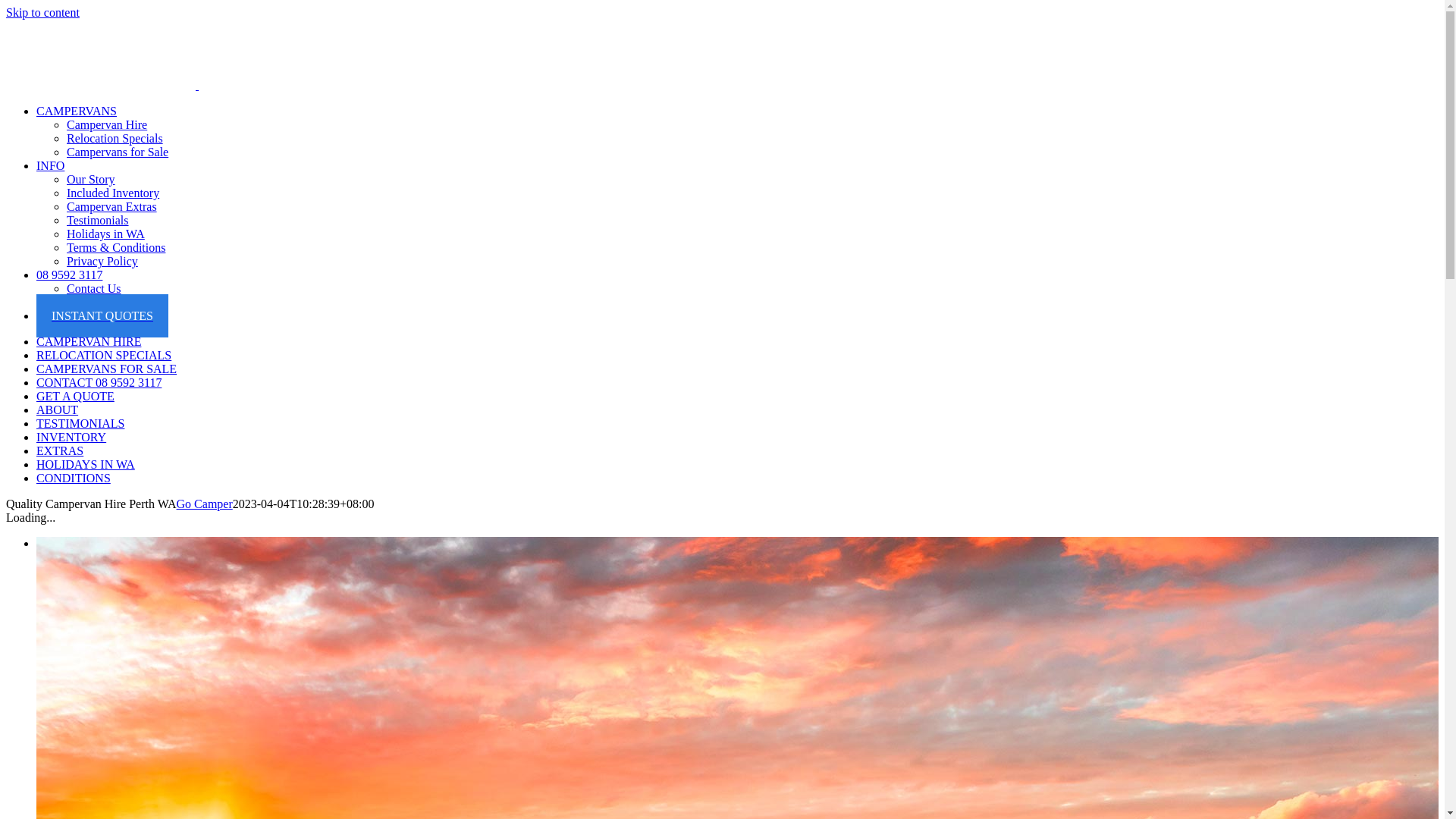 This screenshot has width=1456, height=819. I want to click on 'Privacy Policy', so click(101, 260).